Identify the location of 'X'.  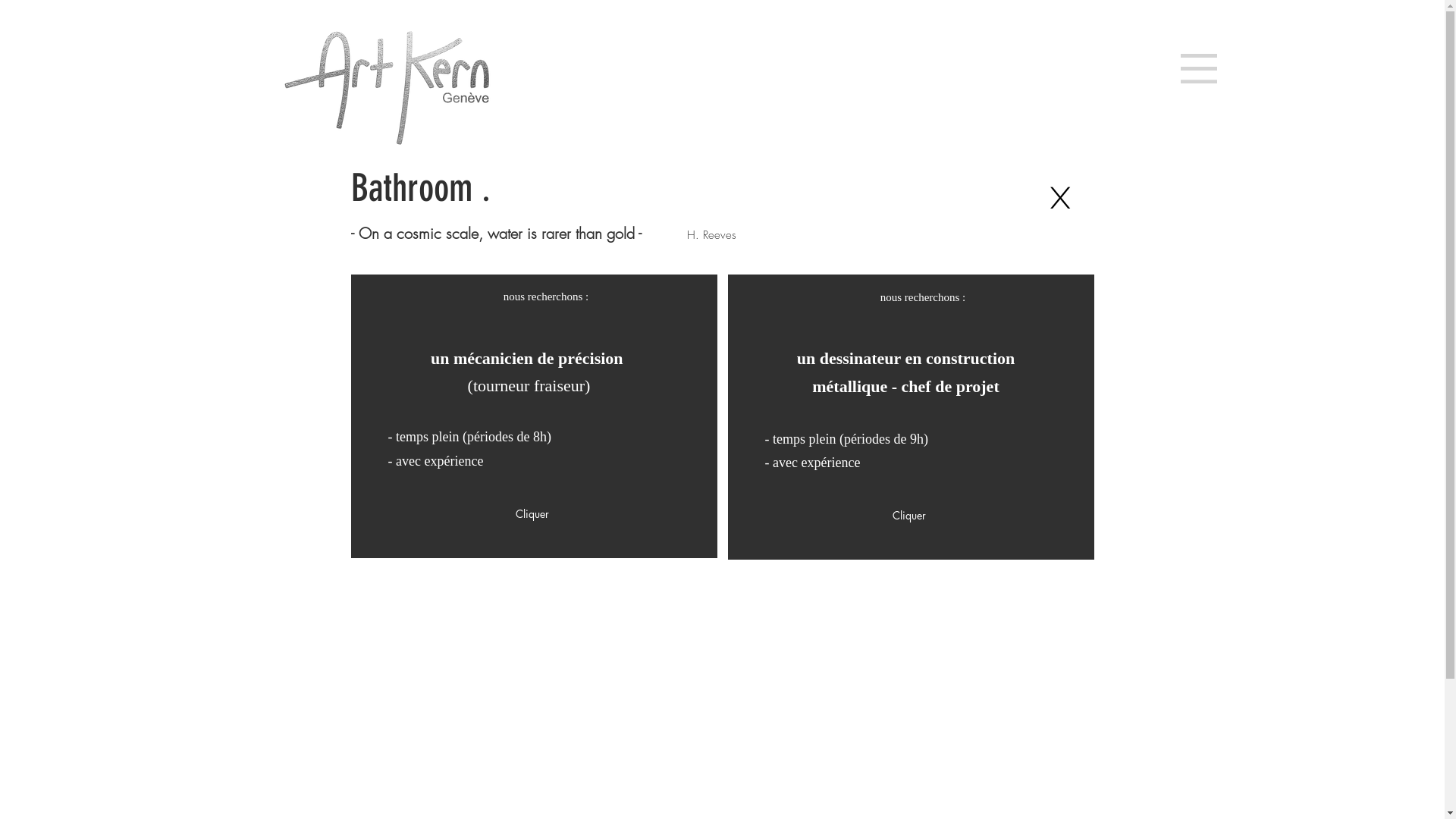
(1059, 197).